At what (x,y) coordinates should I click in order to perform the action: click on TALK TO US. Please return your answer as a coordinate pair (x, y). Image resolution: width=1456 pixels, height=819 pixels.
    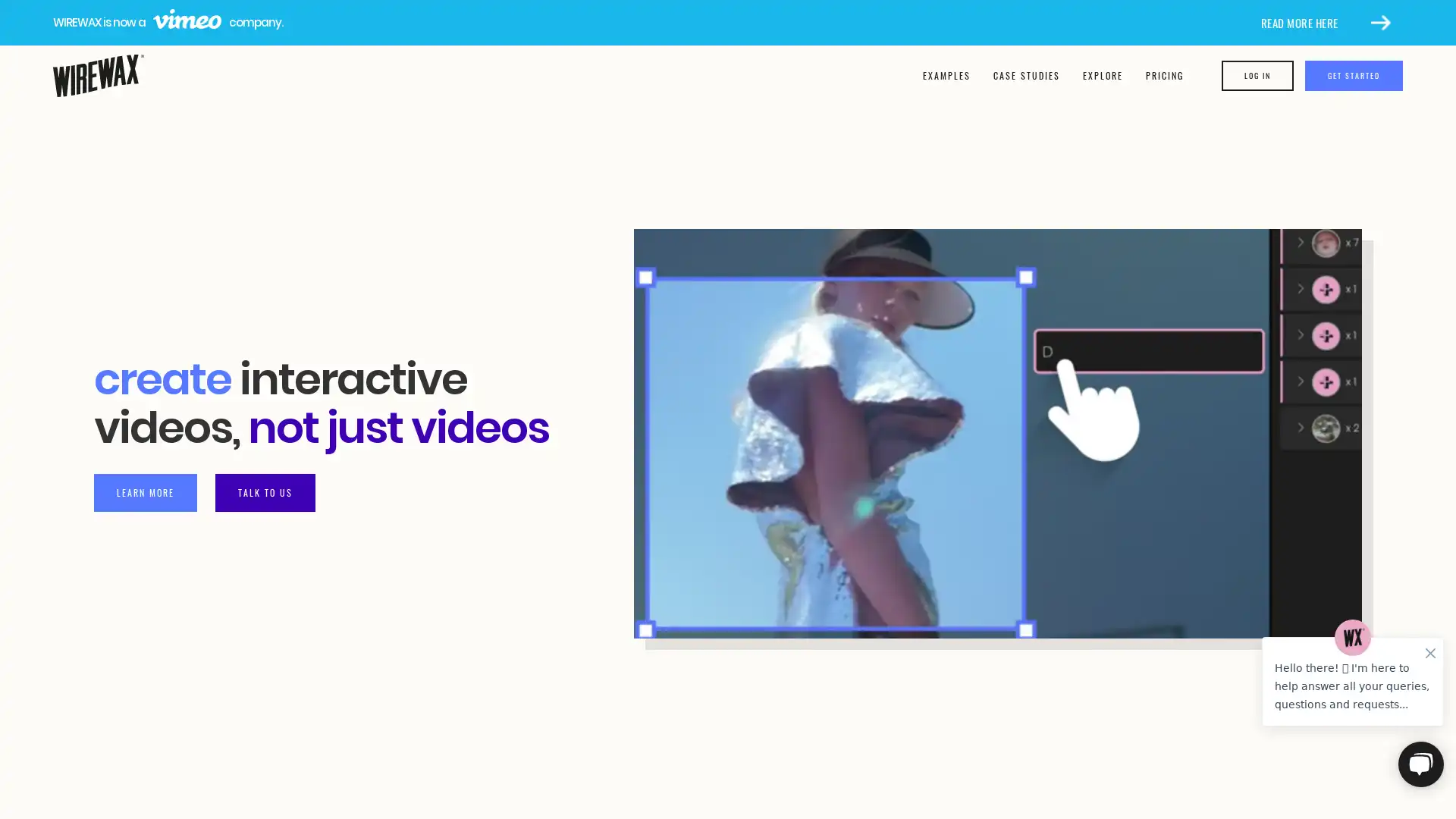
    Looking at the image, I should click on (265, 491).